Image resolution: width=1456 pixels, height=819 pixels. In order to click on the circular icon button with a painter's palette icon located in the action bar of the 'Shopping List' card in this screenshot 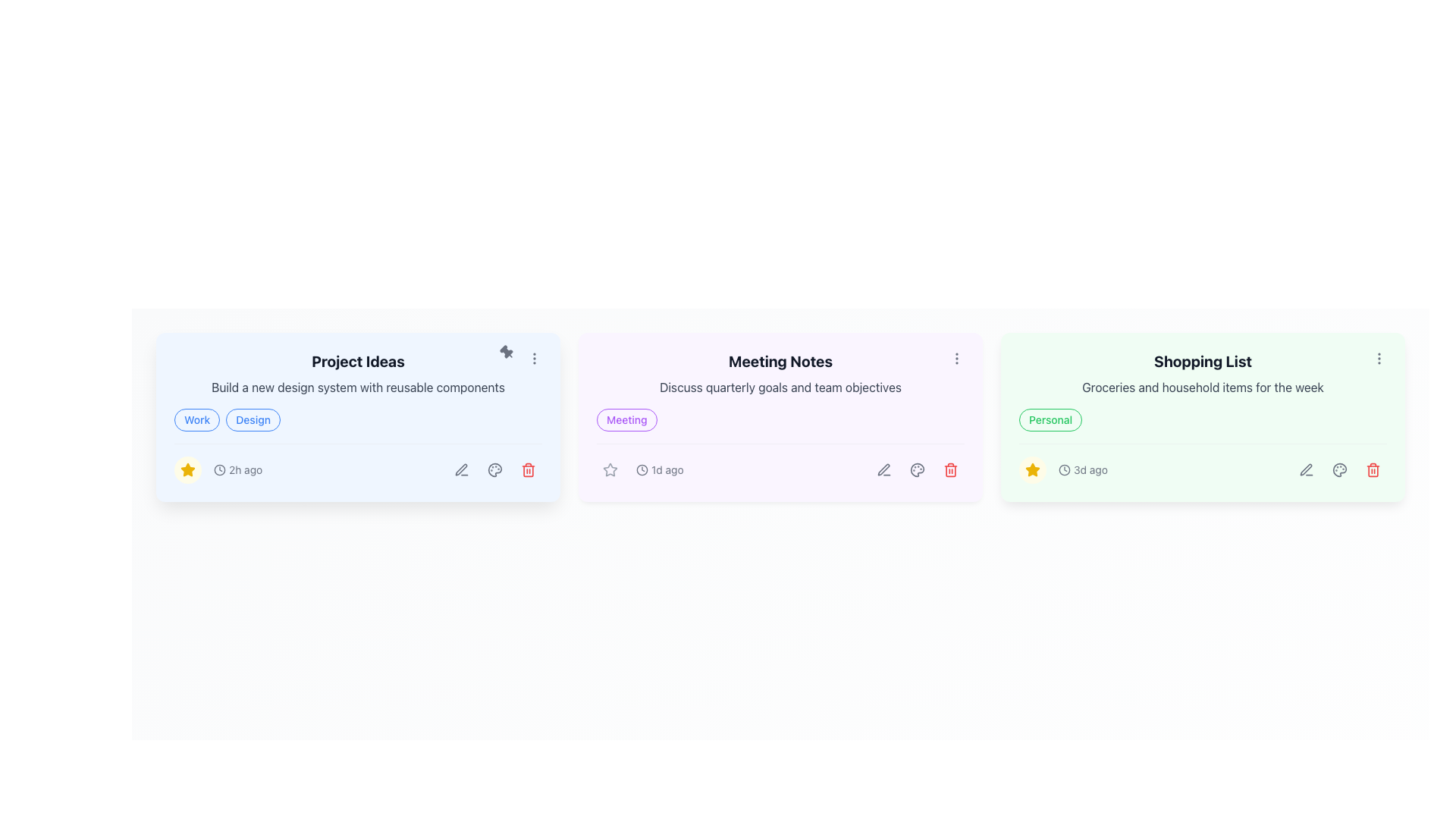, I will do `click(1339, 469)`.